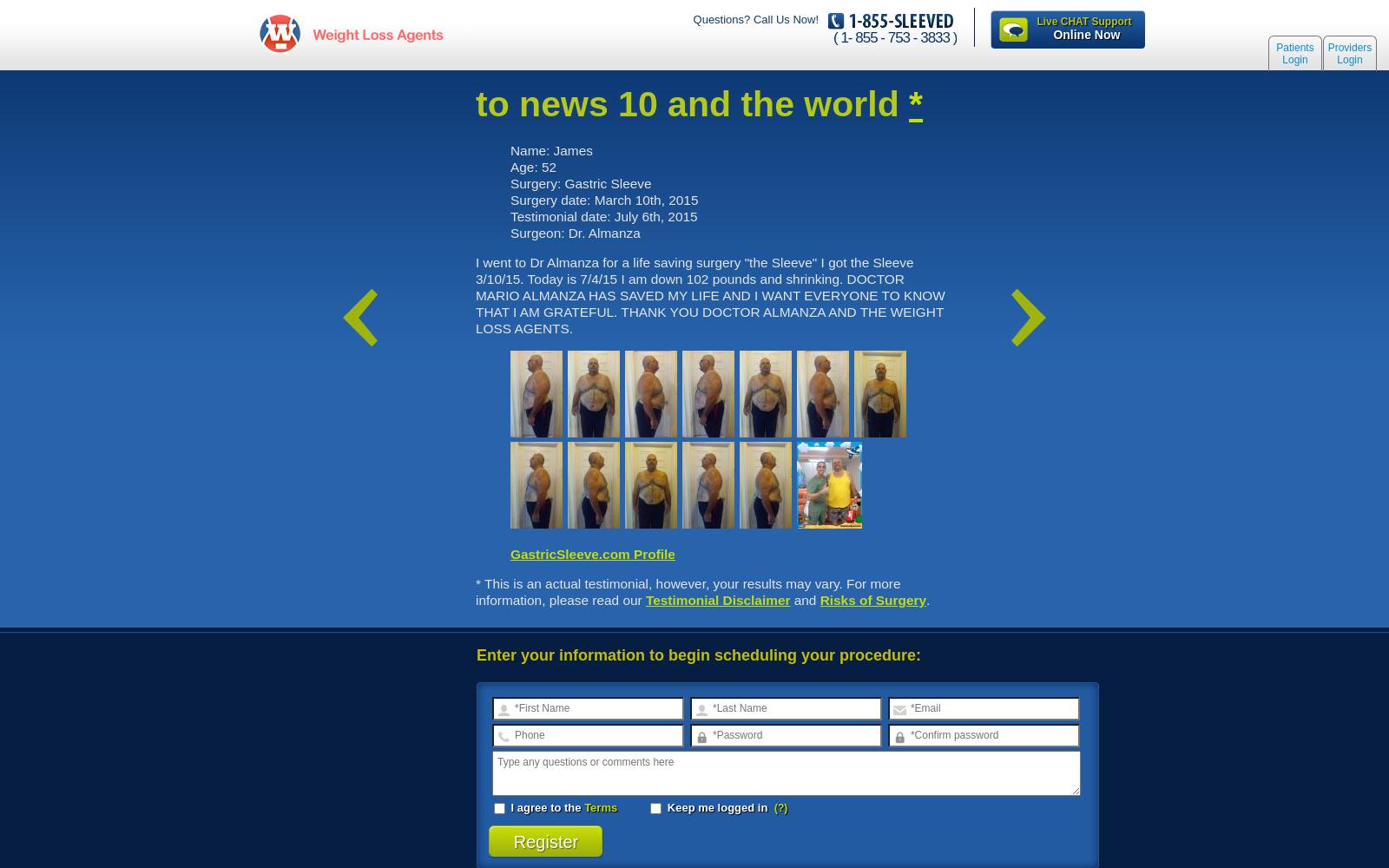  What do you see at coordinates (592, 553) in the screenshot?
I see `'GastricSleeve.com Profile'` at bounding box center [592, 553].